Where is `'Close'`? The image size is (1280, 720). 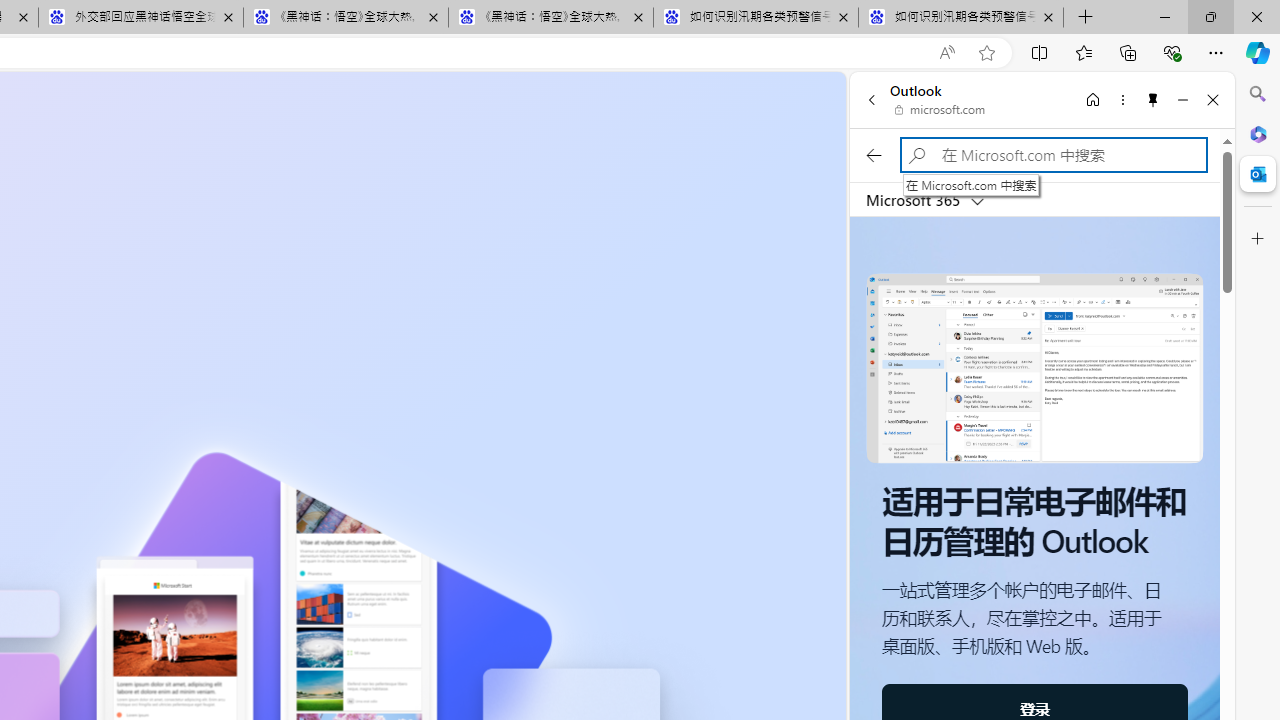 'Close' is located at coordinates (1212, 99).